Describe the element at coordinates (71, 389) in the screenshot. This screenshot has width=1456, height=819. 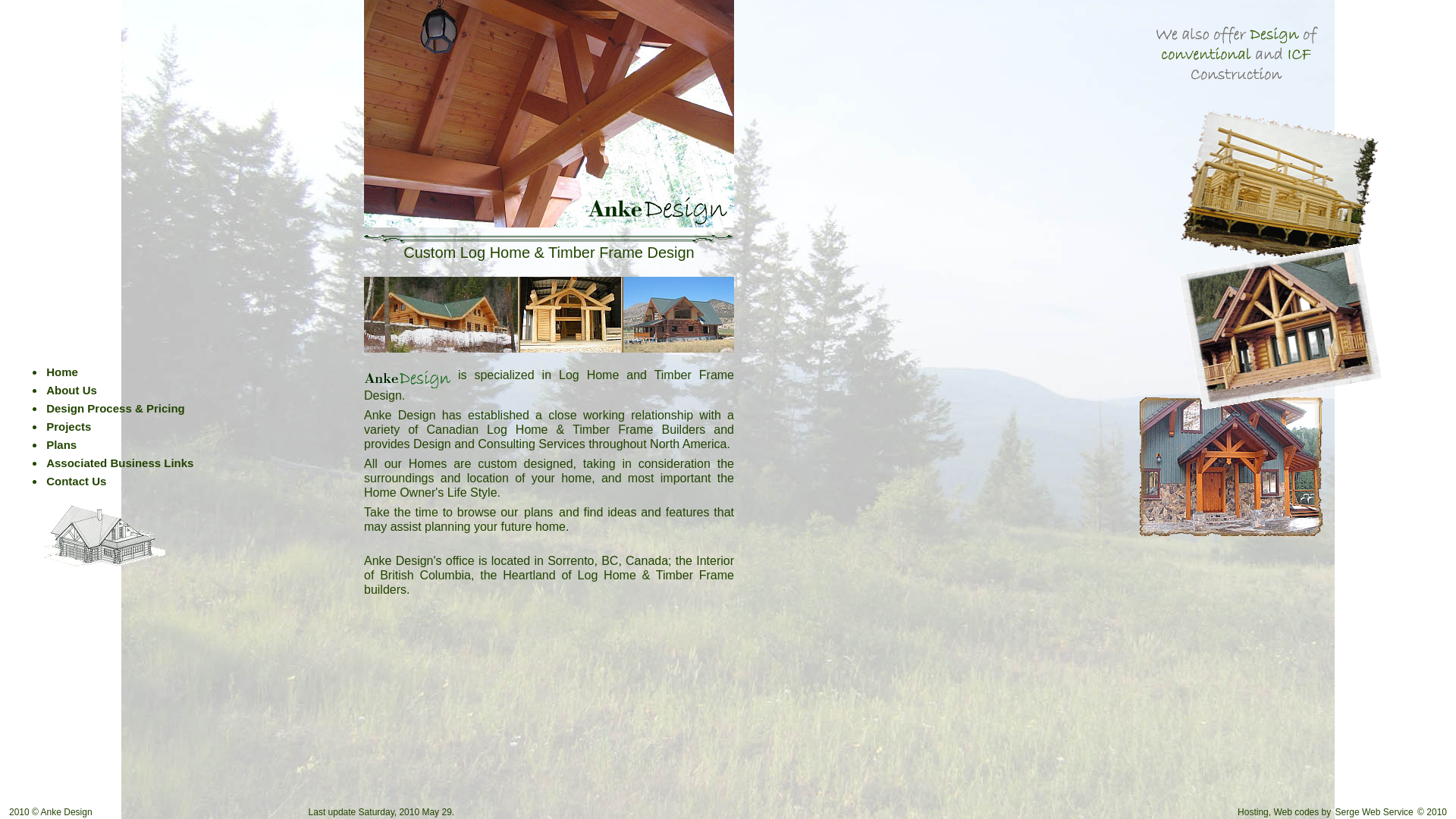
I see `'About Us'` at that location.